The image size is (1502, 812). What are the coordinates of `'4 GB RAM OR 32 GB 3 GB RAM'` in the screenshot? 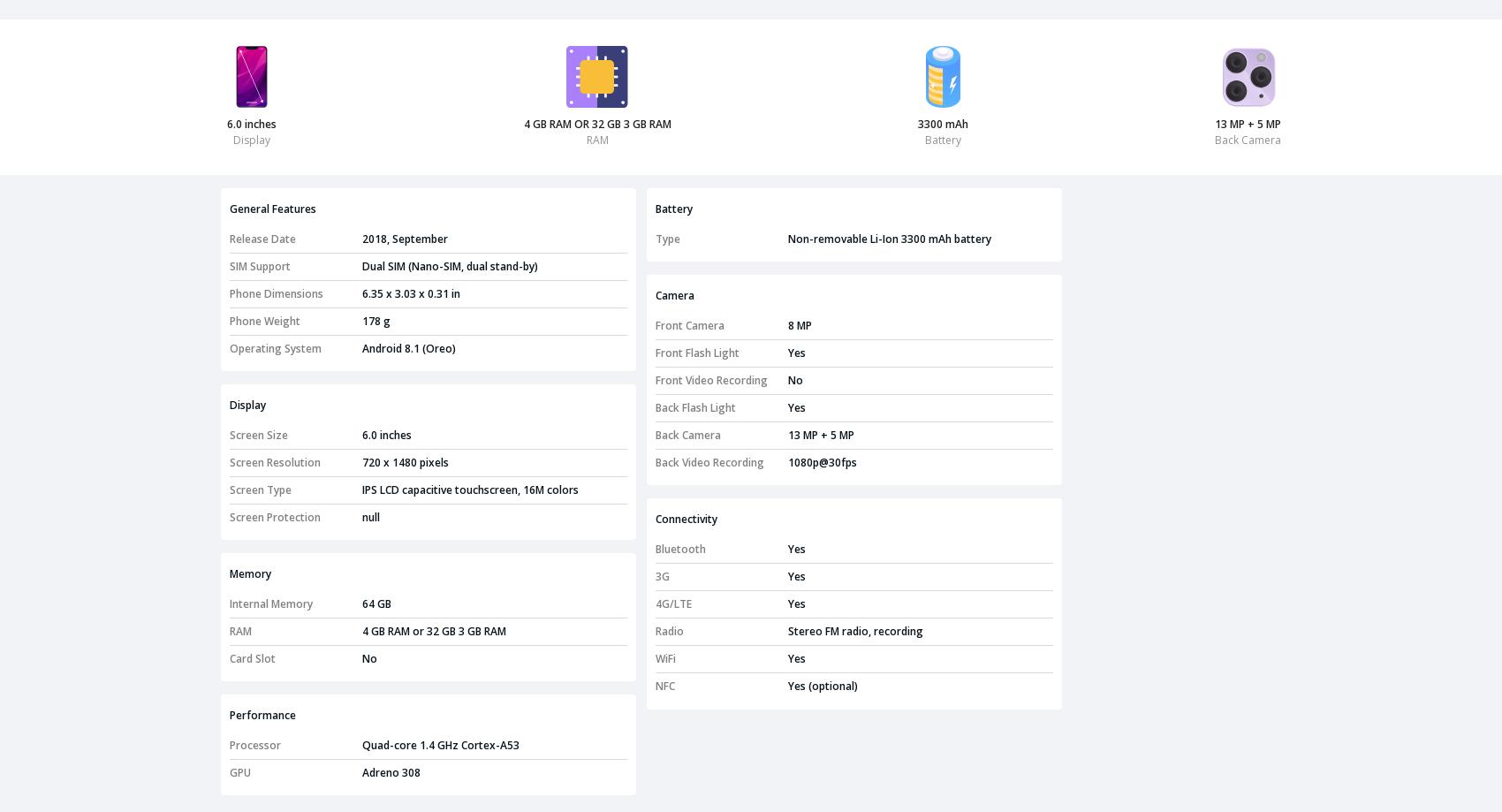 It's located at (596, 122).